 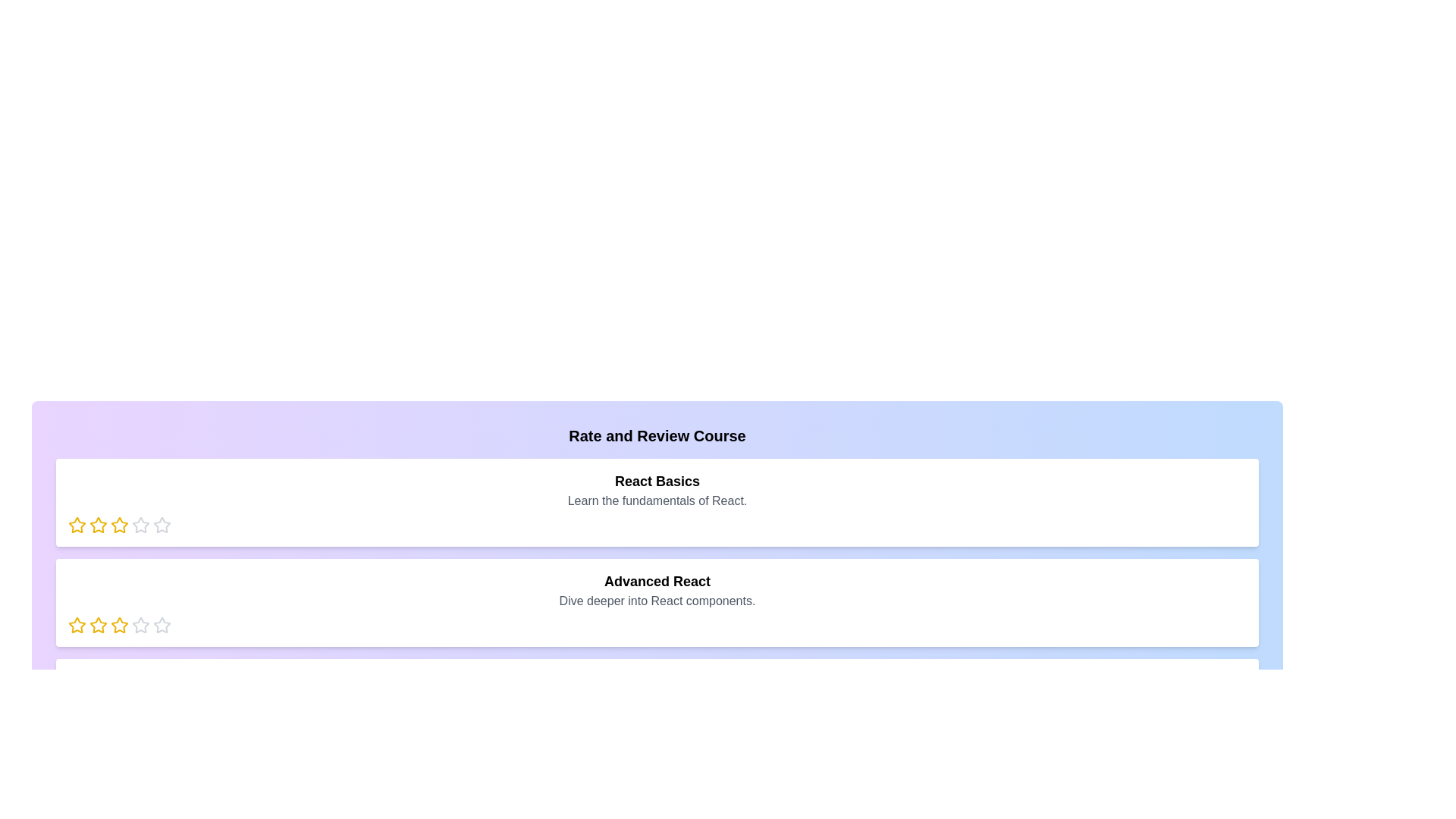 I want to click on the 'Advanced React' text label element, which is a bold and large font title located centrally in the layout, above the description text, so click(x=657, y=581).